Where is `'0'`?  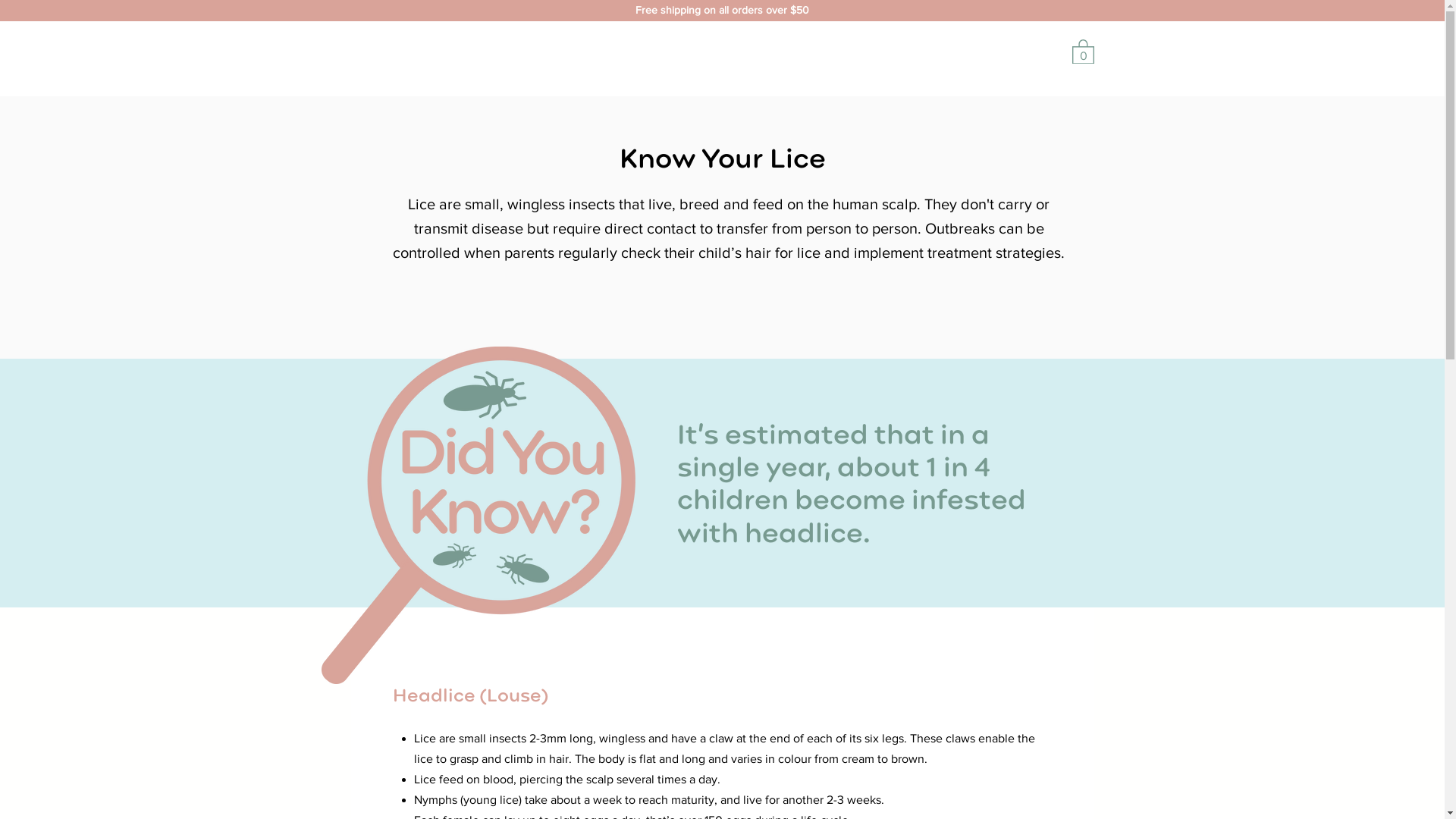 '0' is located at coordinates (1082, 50).